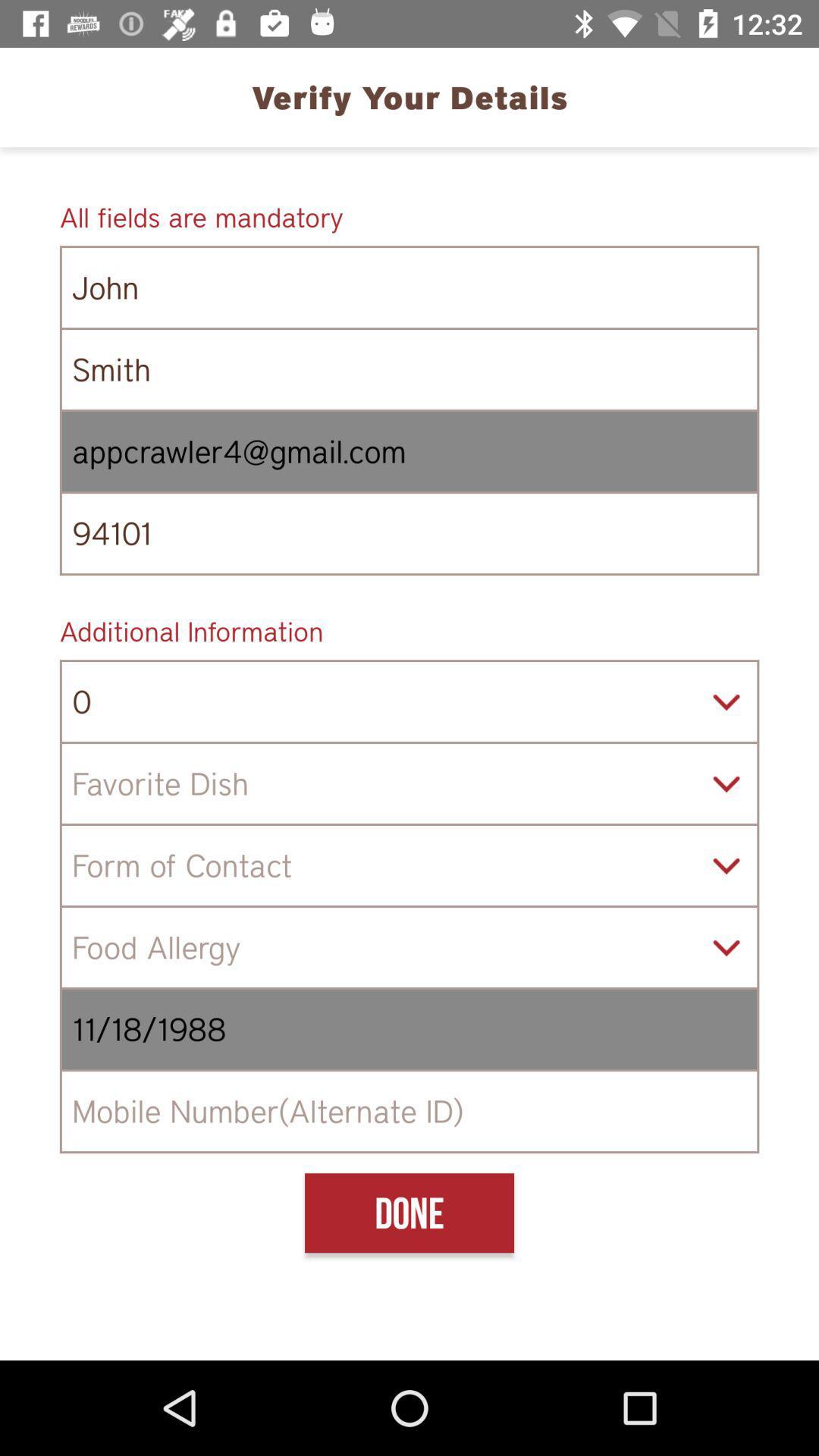 This screenshot has height=1456, width=819. I want to click on 11/18/1988 icon, so click(409, 1029).